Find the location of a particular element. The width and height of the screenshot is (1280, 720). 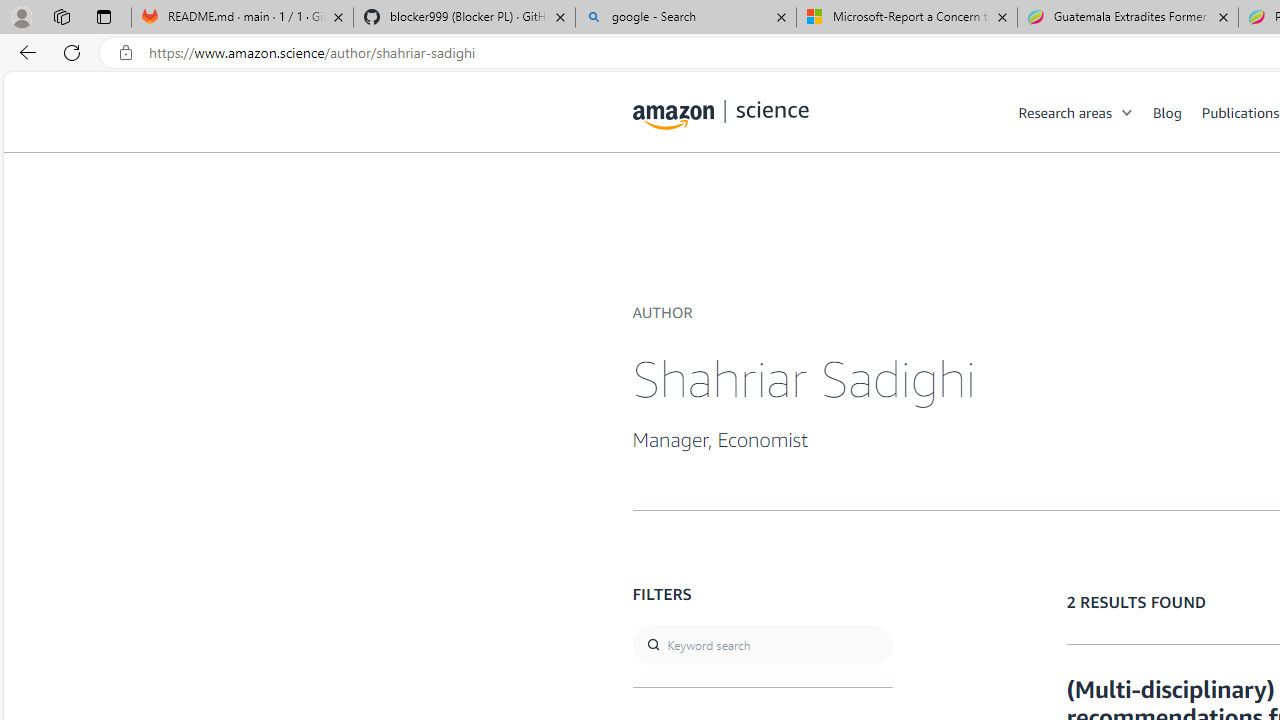

'Research areas' is located at coordinates (1085, 111).